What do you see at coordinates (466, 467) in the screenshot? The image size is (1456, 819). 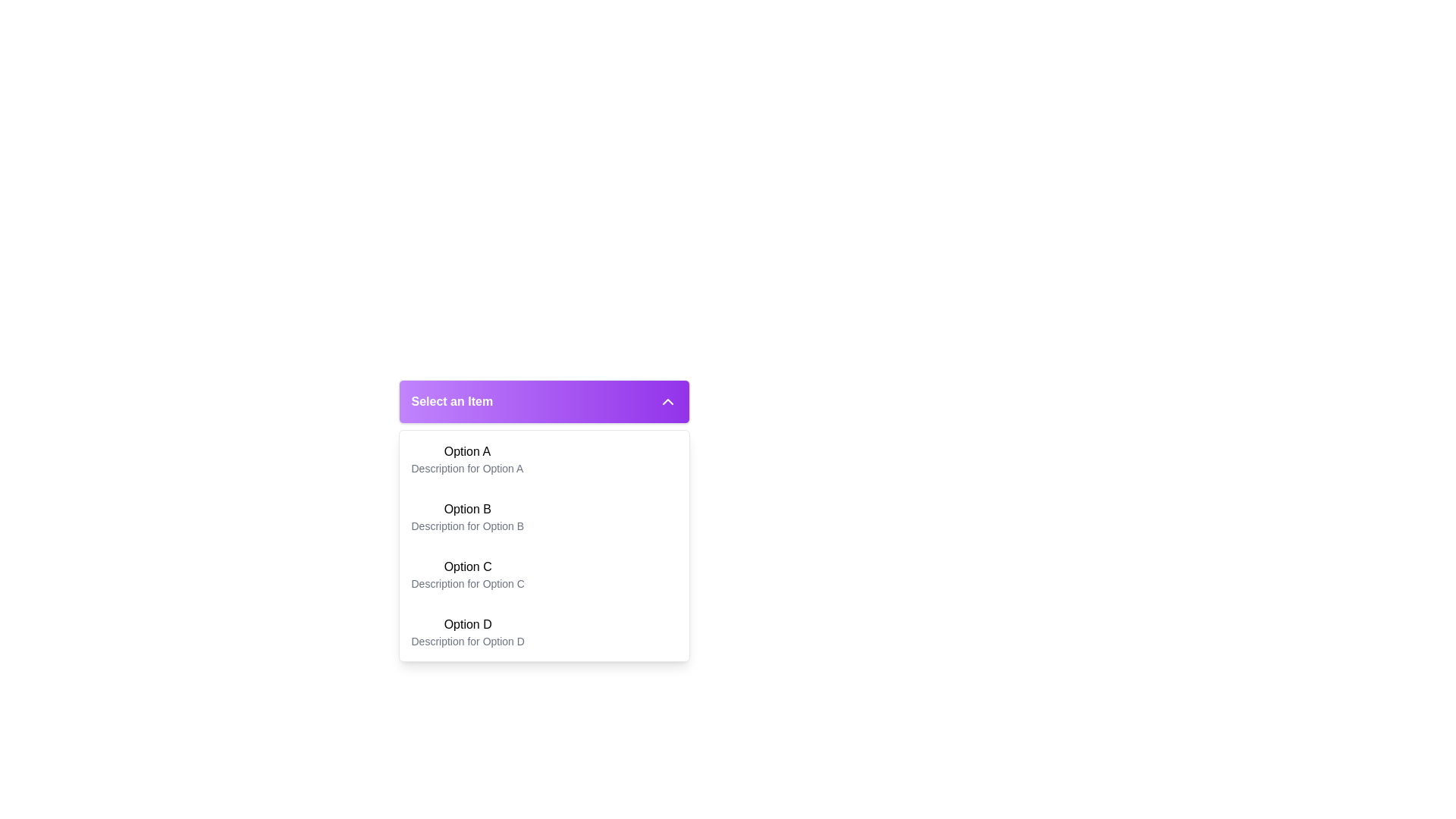 I see `the text label providing a description for 'Option A' located inside the dropdown menu, positioned directly below it` at bounding box center [466, 467].